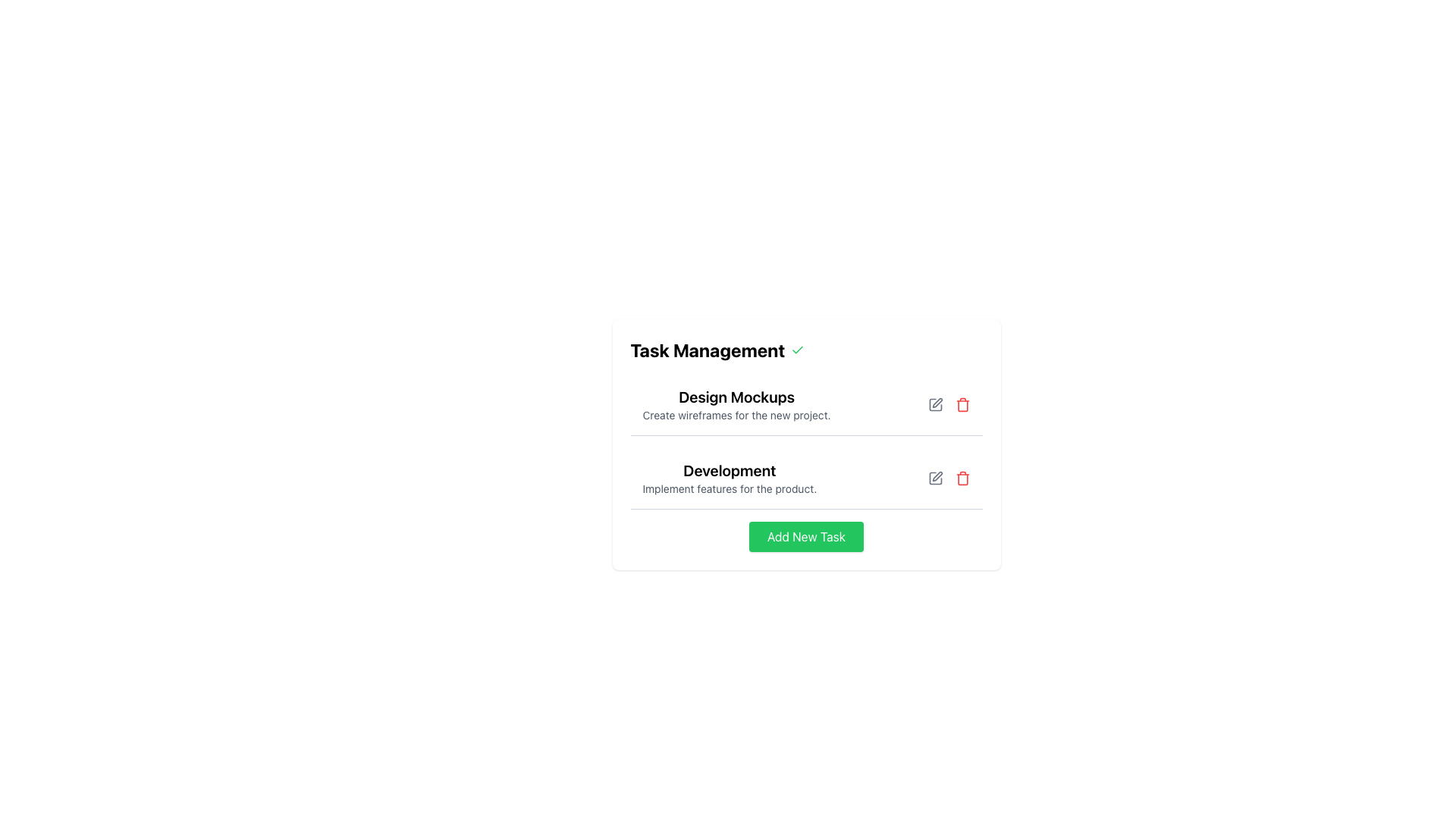  What do you see at coordinates (736, 415) in the screenshot?
I see `the text element displaying 'Create wireframes for the new project.' which is located below the title 'Design Mockups.'` at bounding box center [736, 415].